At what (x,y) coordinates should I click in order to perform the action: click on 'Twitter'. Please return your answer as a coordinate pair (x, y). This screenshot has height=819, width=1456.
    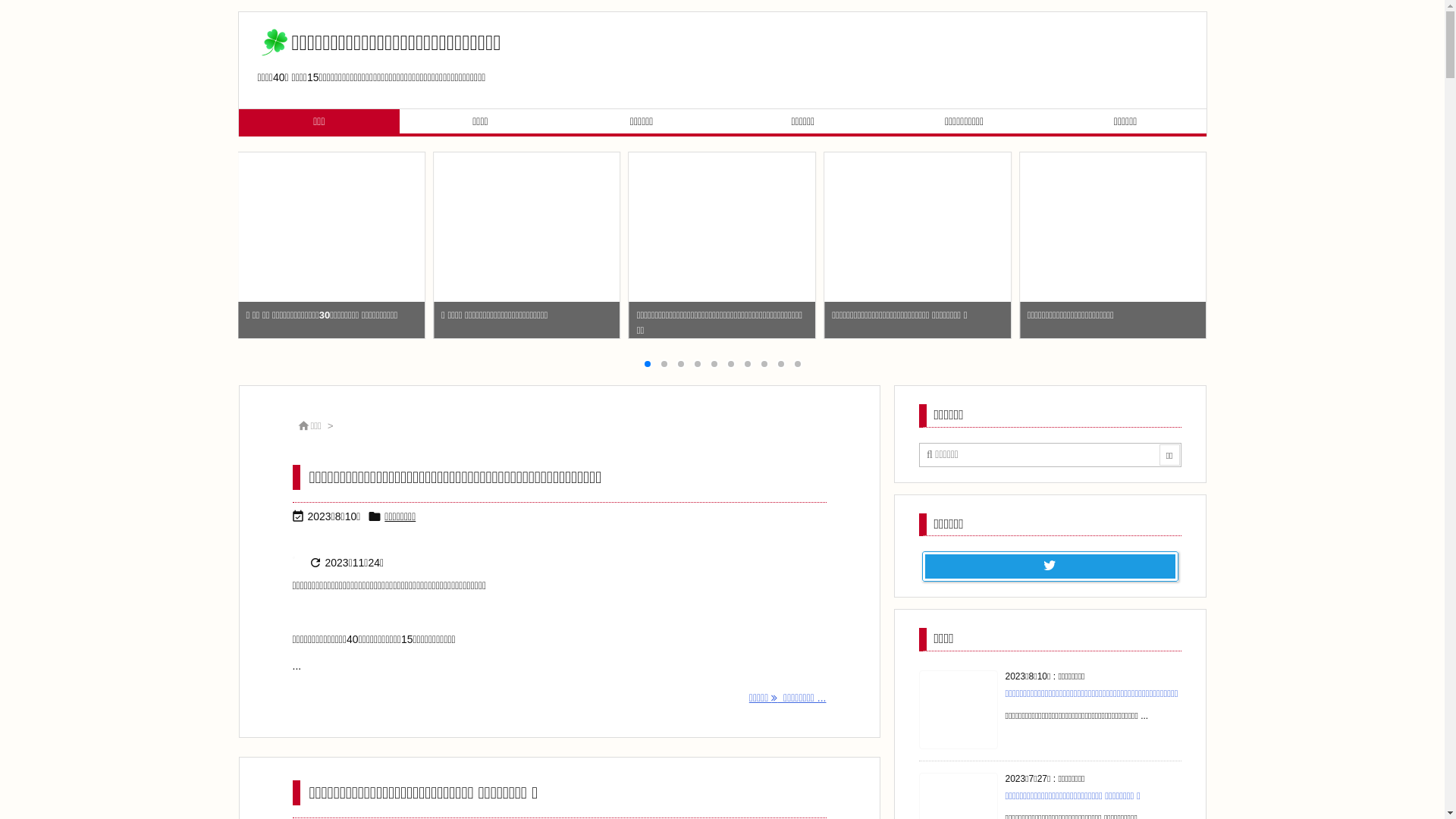
    Looking at the image, I should click on (1048, 566).